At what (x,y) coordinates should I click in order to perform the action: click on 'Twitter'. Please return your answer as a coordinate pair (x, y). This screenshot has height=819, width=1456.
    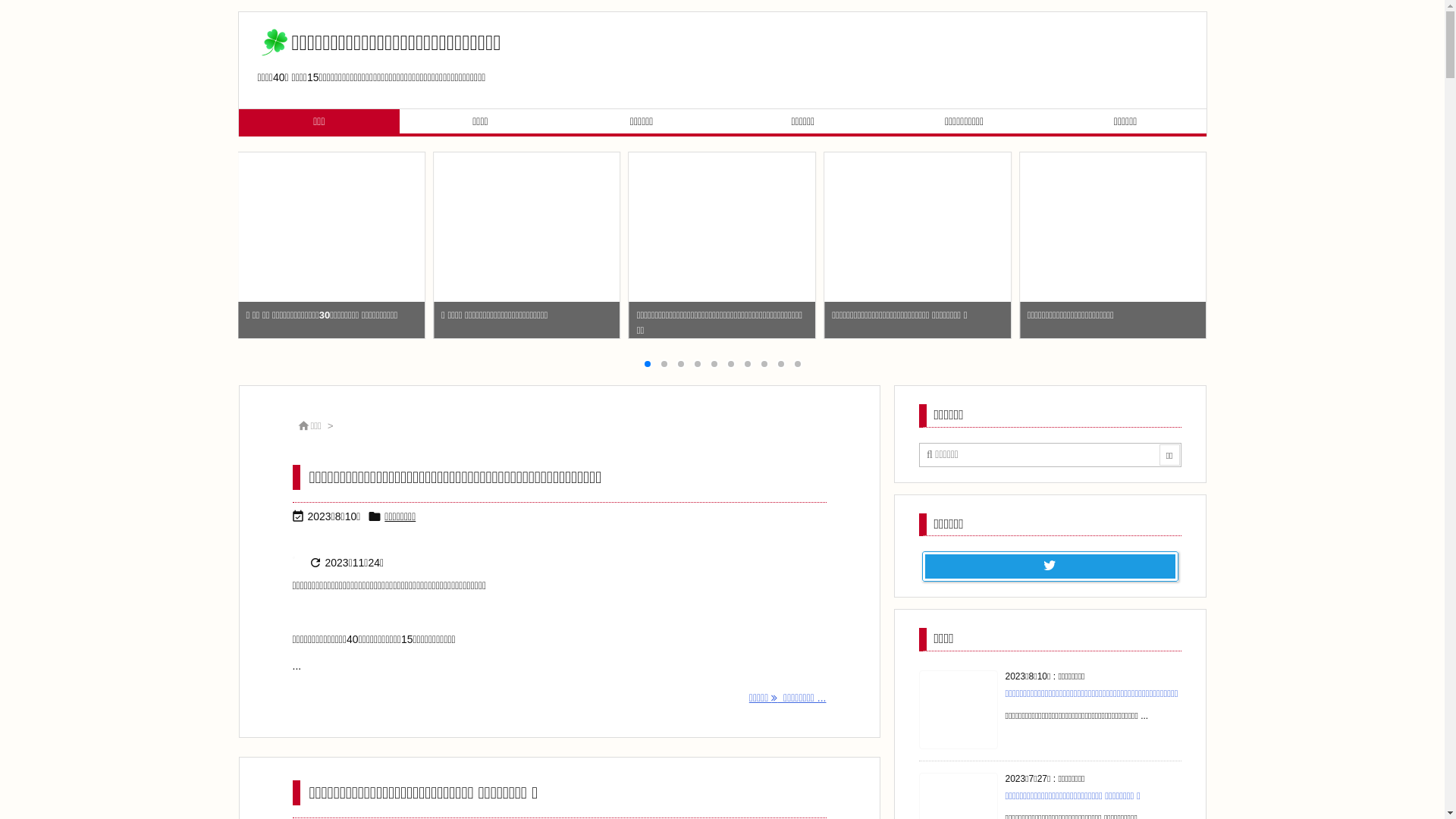
    Looking at the image, I should click on (1048, 566).